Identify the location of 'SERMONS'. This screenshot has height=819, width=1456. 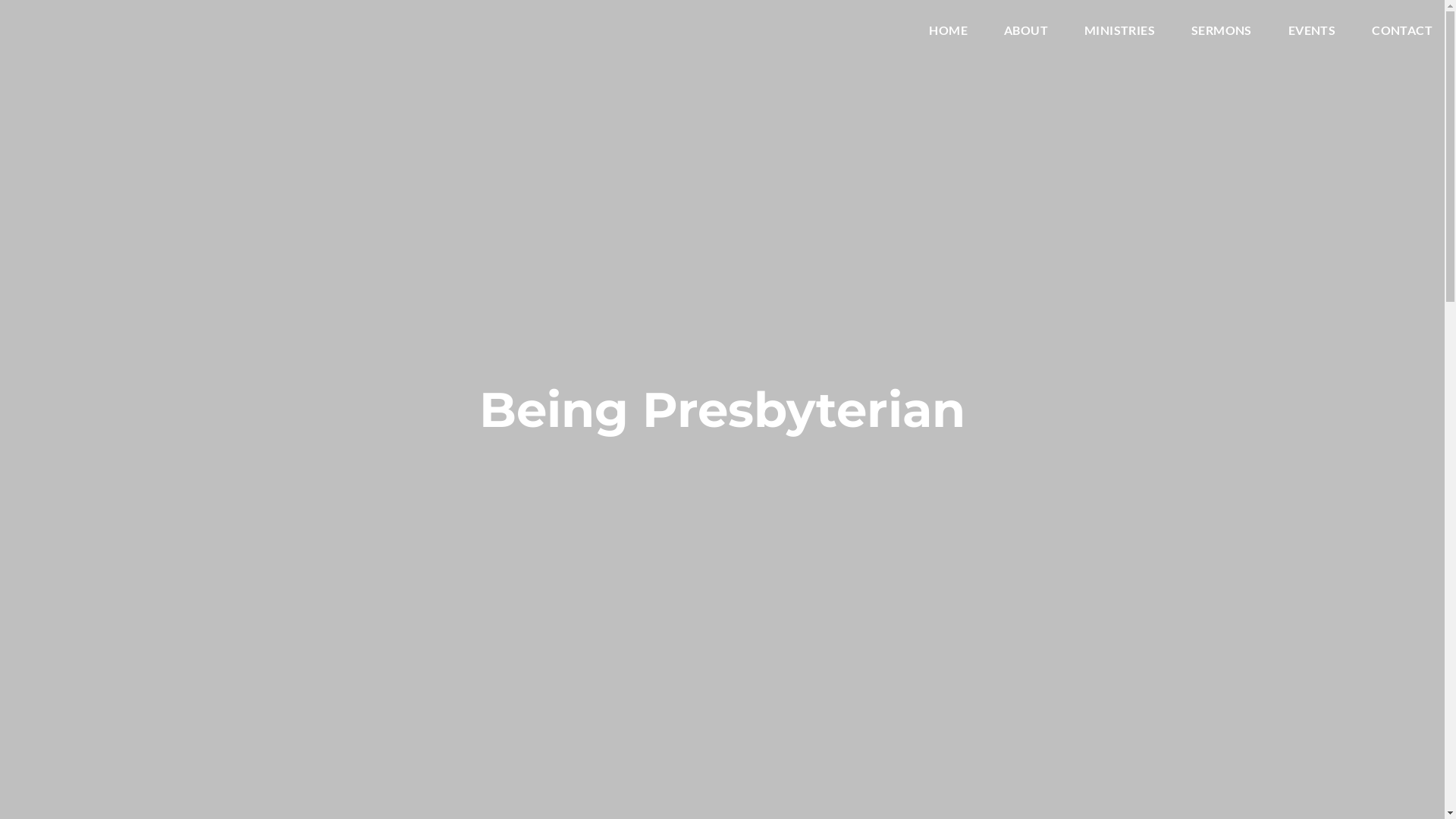
(1222, 33).